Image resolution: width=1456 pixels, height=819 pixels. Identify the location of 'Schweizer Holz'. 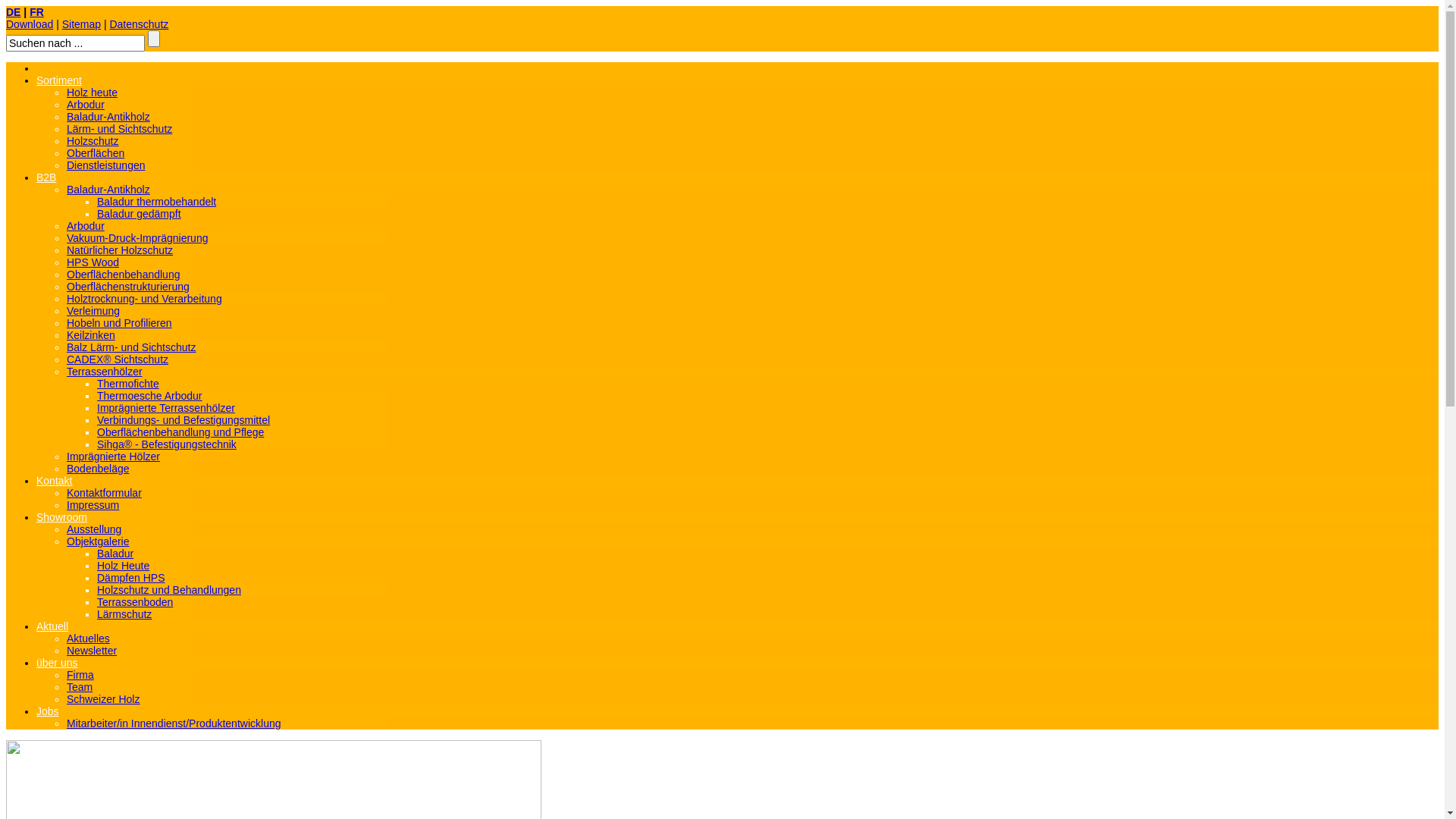
(102, 698).